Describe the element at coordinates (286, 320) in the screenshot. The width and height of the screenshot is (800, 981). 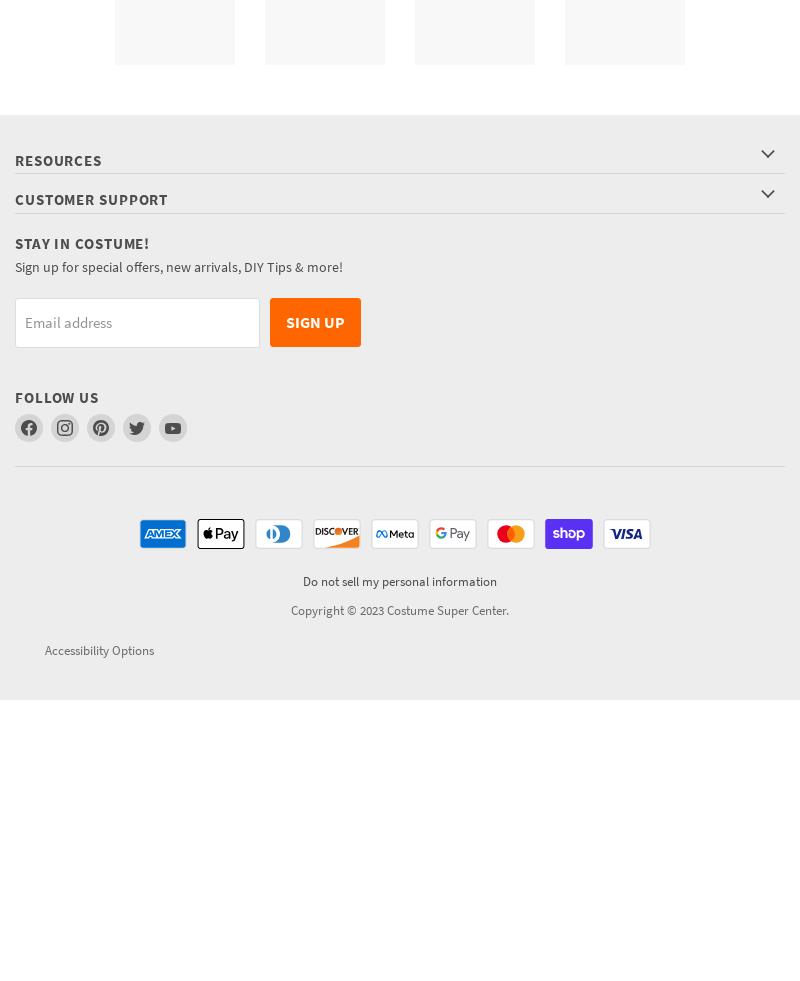
I see `'SIGN UP'` at that location.